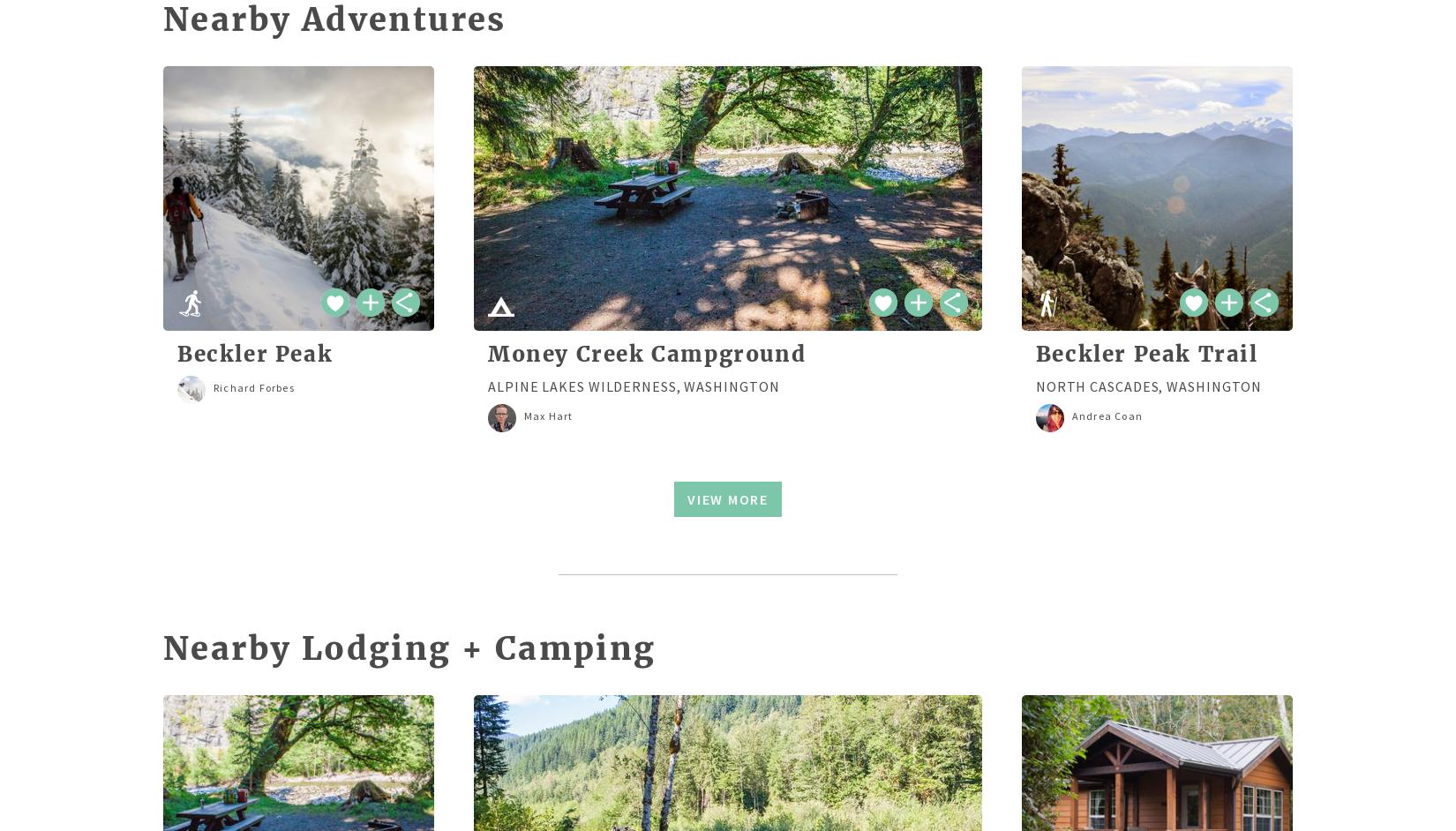  Describe the element at coordinates (253, 386) in the screenshot. I see `'Richard Forbes'` at that location.